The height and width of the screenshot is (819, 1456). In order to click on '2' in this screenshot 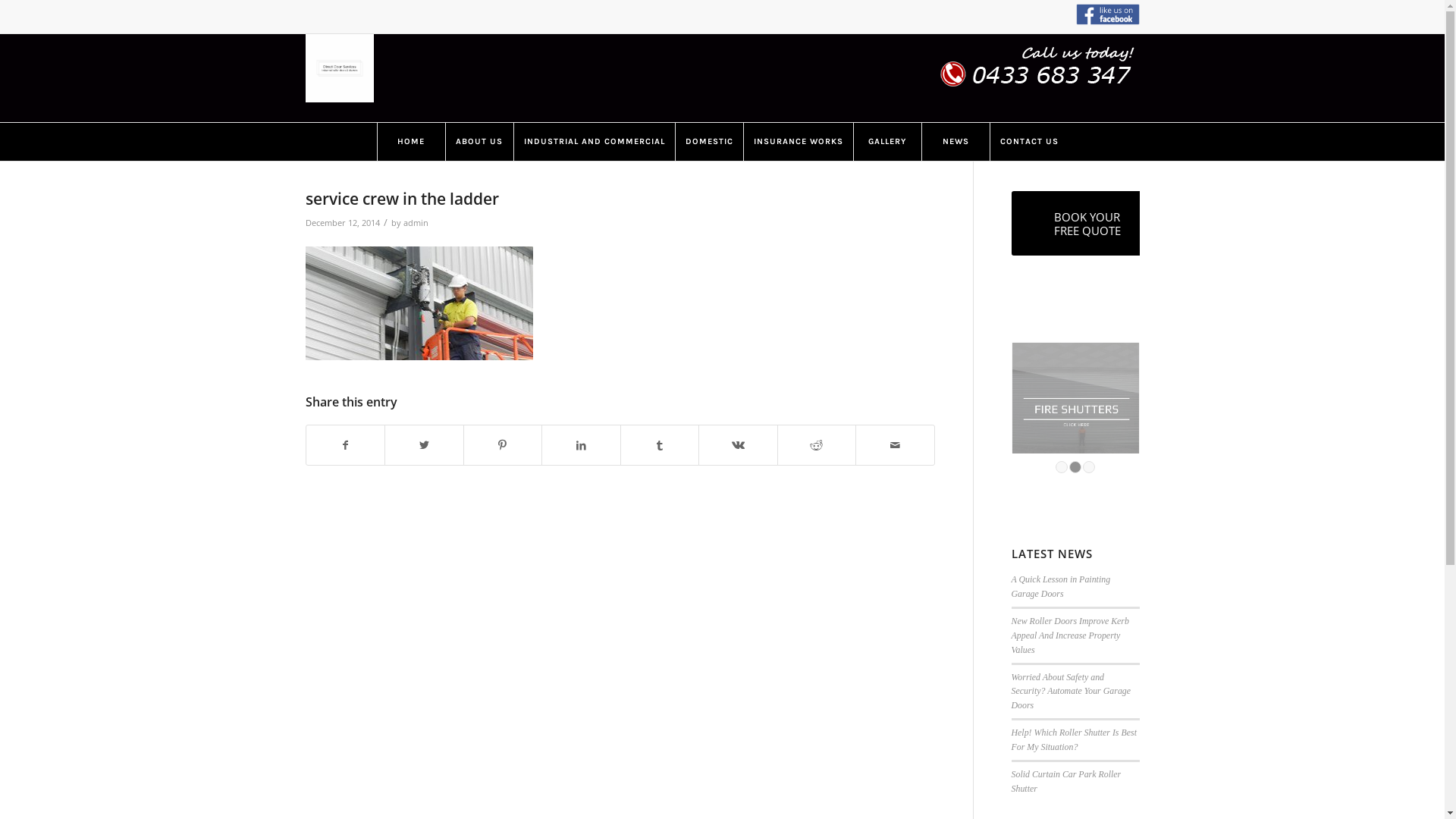, I will do `click(1074, 466)`.